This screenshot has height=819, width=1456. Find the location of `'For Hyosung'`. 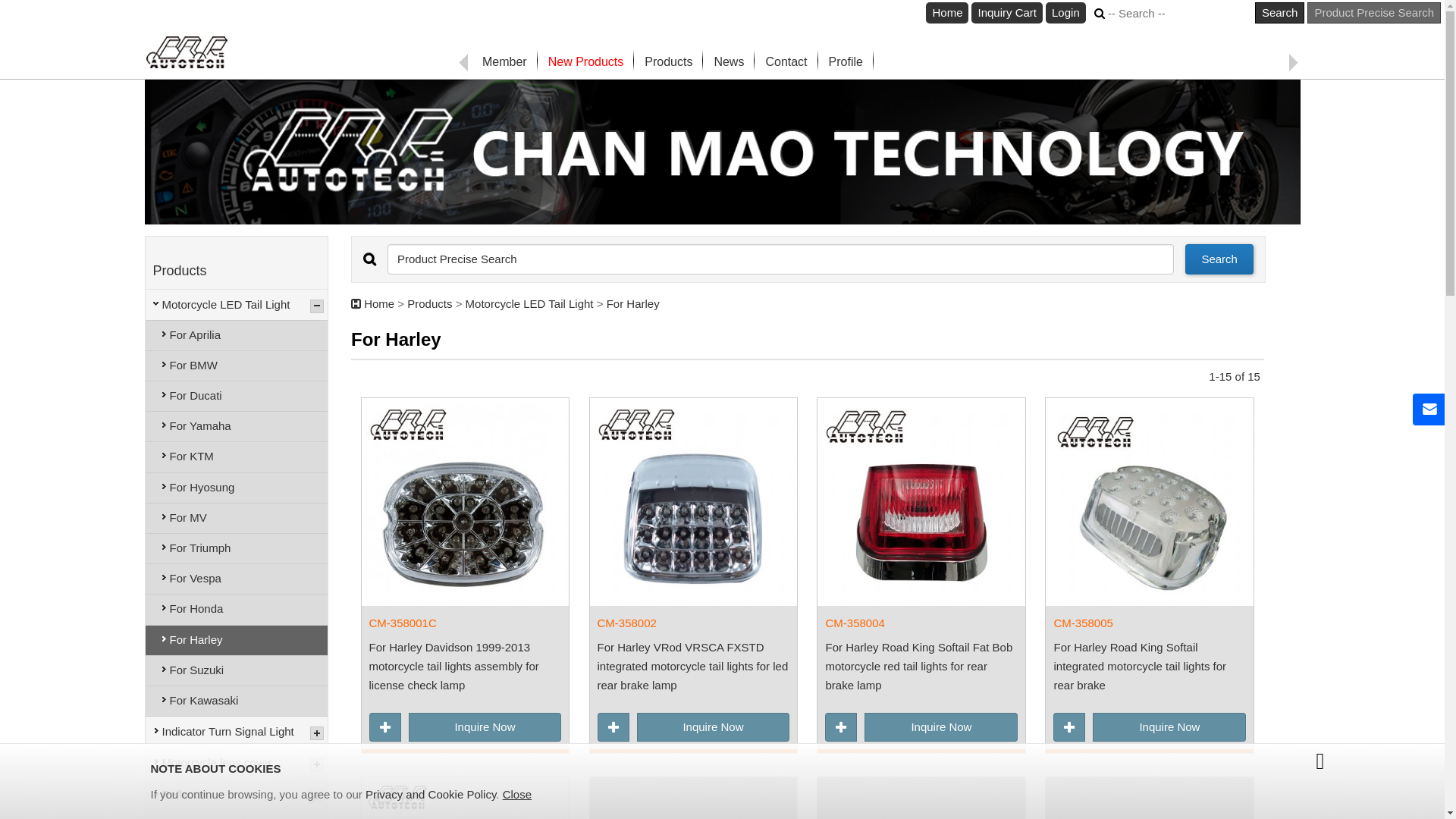

'For Hyosung' is located at coordinates (236, 488).